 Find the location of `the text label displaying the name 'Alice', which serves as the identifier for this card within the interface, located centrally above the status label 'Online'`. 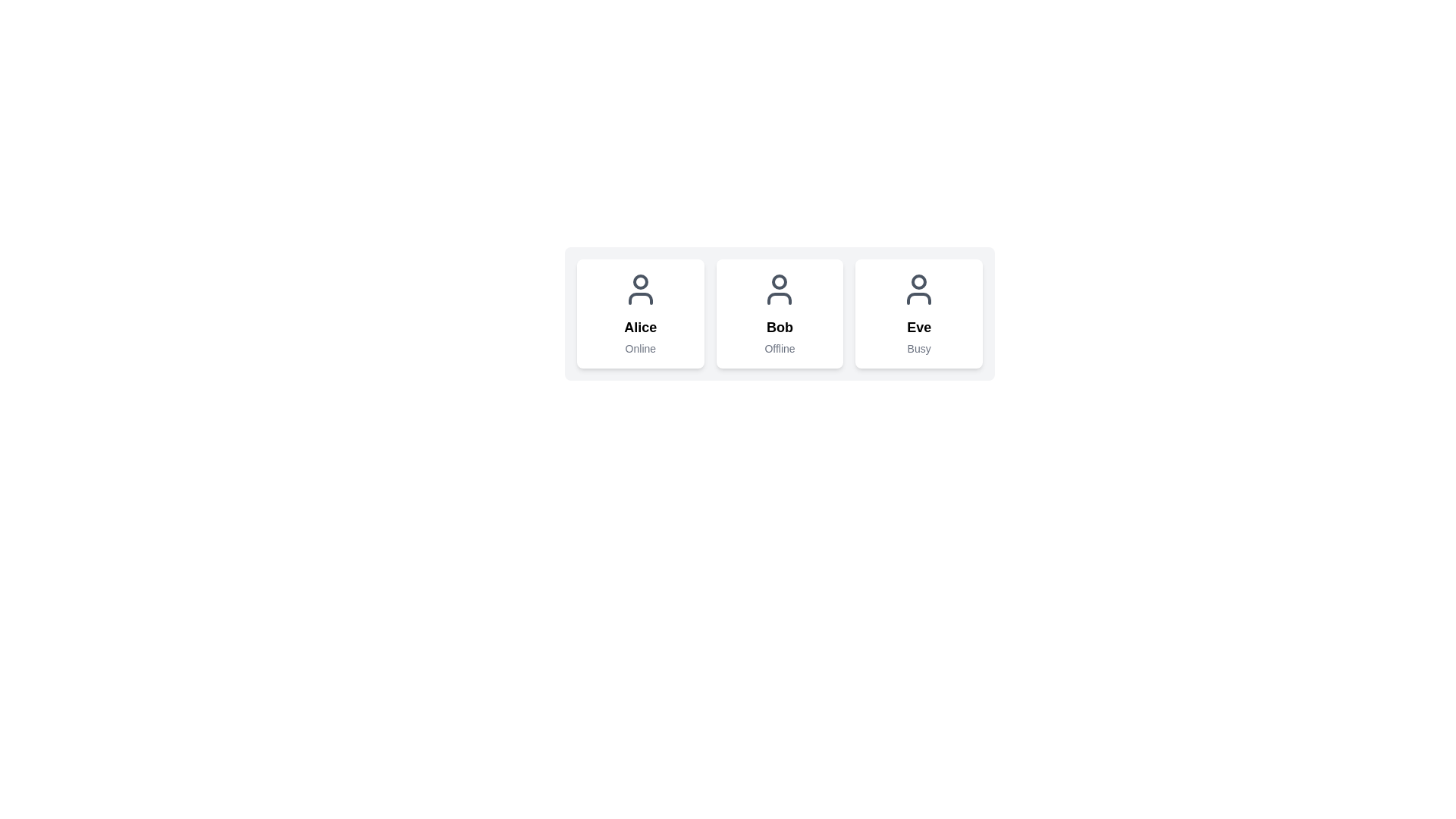

the text label displaying the name 'Alice', which serves as the identifier for this card within the interface, located centrally above the status label 'Online' is located at coordinates (640, 327).